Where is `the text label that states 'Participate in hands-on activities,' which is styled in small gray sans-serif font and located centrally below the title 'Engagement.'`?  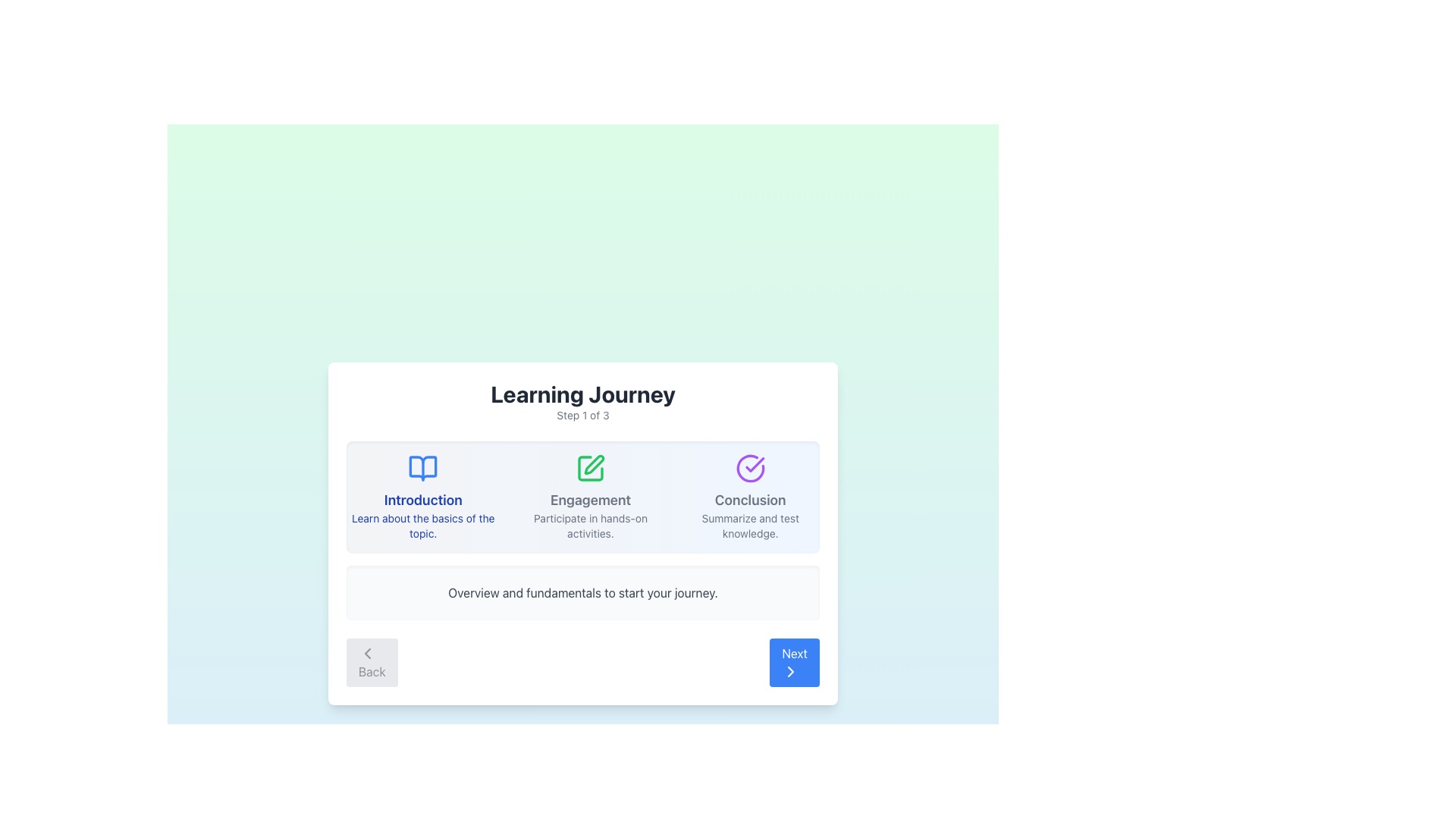 the text label that states 'Participate in hands-on activities,' which is styled in small gray sans-serif font and located centrally below the title 'Engagement.' is located at coordinates (589, 526).